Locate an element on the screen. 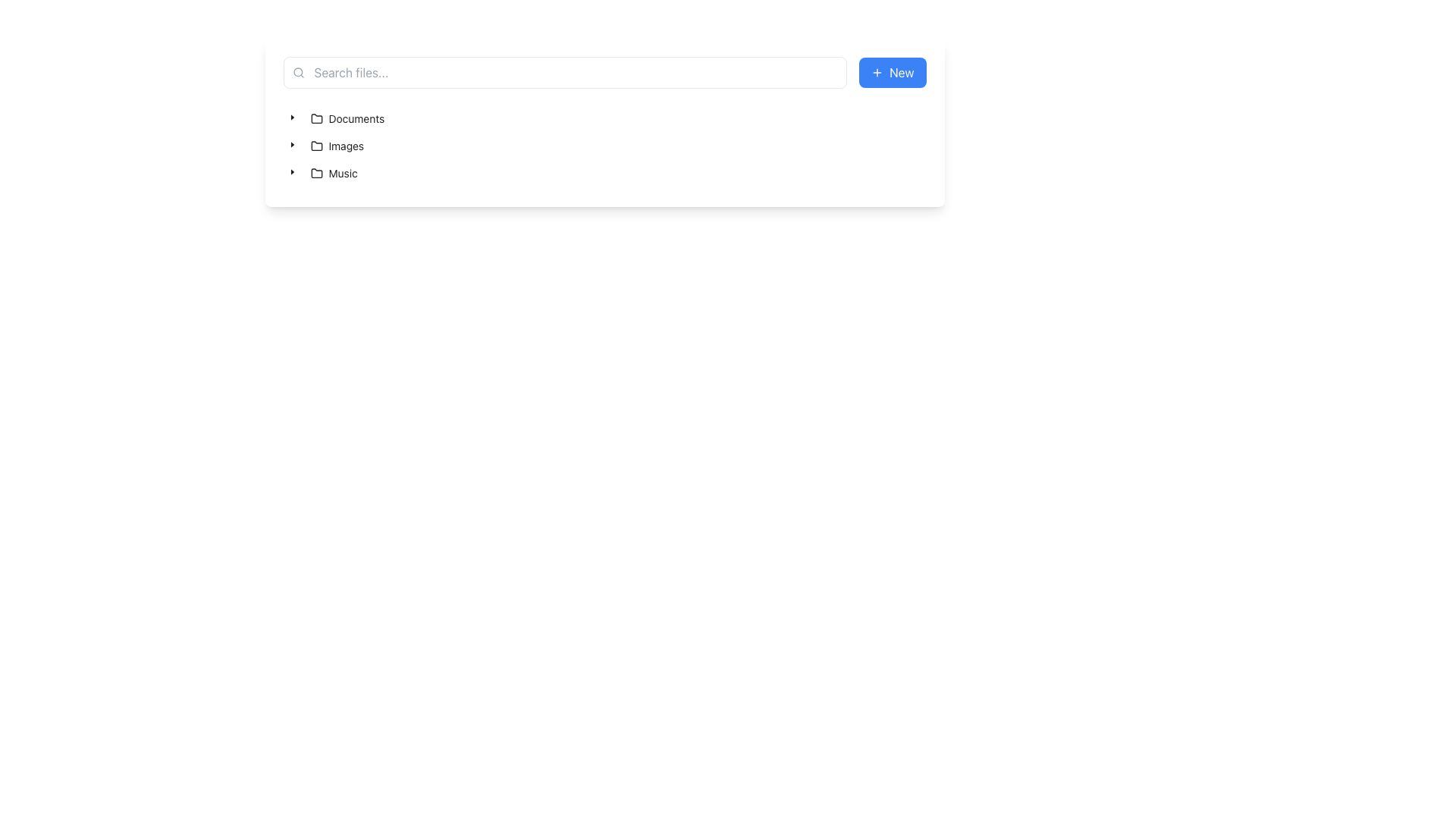 Image resolution: width=1456 pixels, height=819 pixels. the 'Music' tree node item, which is the third item in the tree structure is located at coordinates (333, 172).